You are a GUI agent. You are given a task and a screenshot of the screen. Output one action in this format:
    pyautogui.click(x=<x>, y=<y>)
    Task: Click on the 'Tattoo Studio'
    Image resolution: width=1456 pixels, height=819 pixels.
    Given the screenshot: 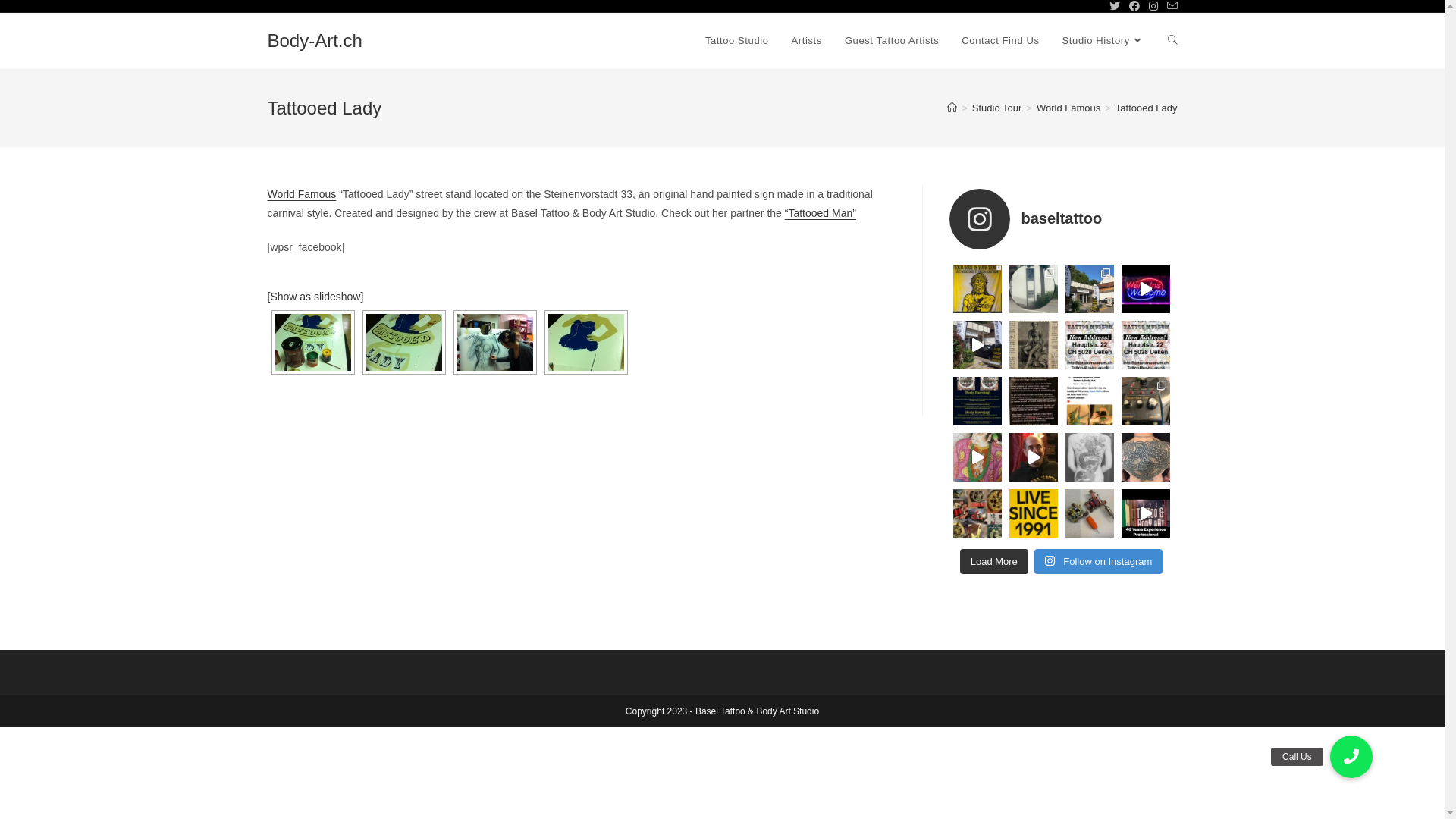 What is the action you would take?
    pyautogui.click(x=736, y=40)
    